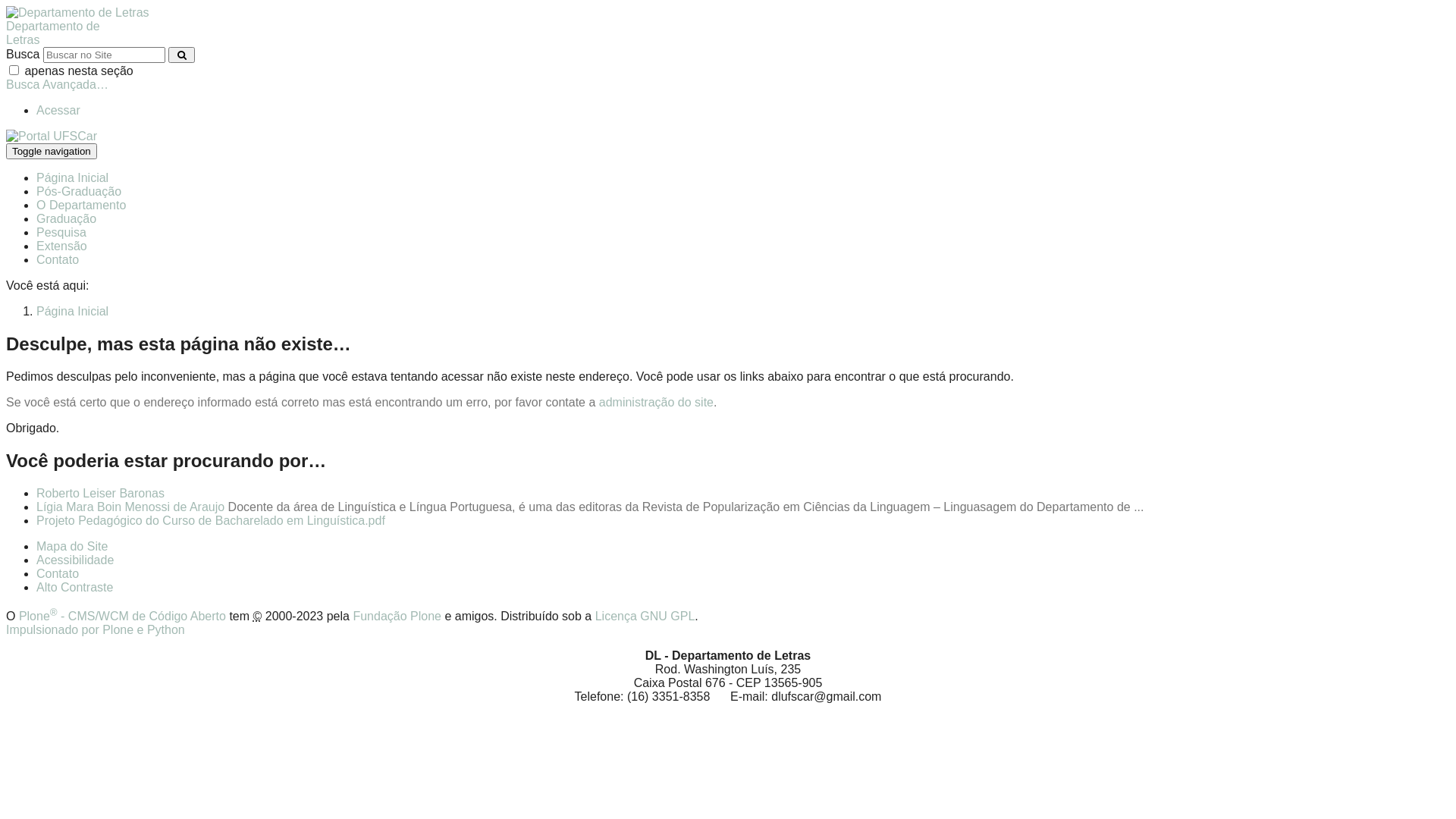  What do you see at coordinates (58, 109) in the screenshot?
I see `'Acessar'` at bounding box center [58, 109].